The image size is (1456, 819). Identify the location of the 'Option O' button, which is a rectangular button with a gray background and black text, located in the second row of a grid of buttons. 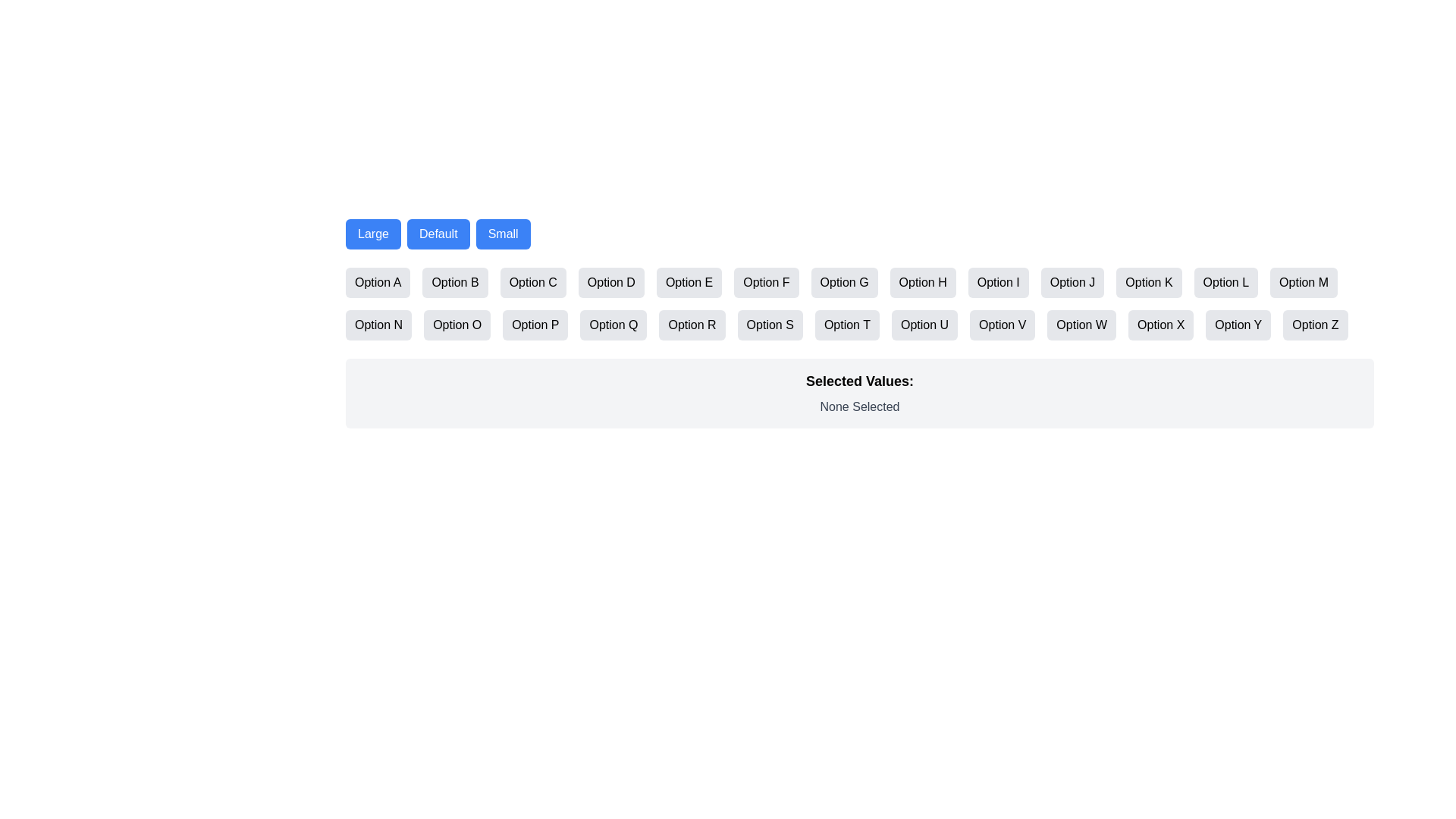
(457, 324).